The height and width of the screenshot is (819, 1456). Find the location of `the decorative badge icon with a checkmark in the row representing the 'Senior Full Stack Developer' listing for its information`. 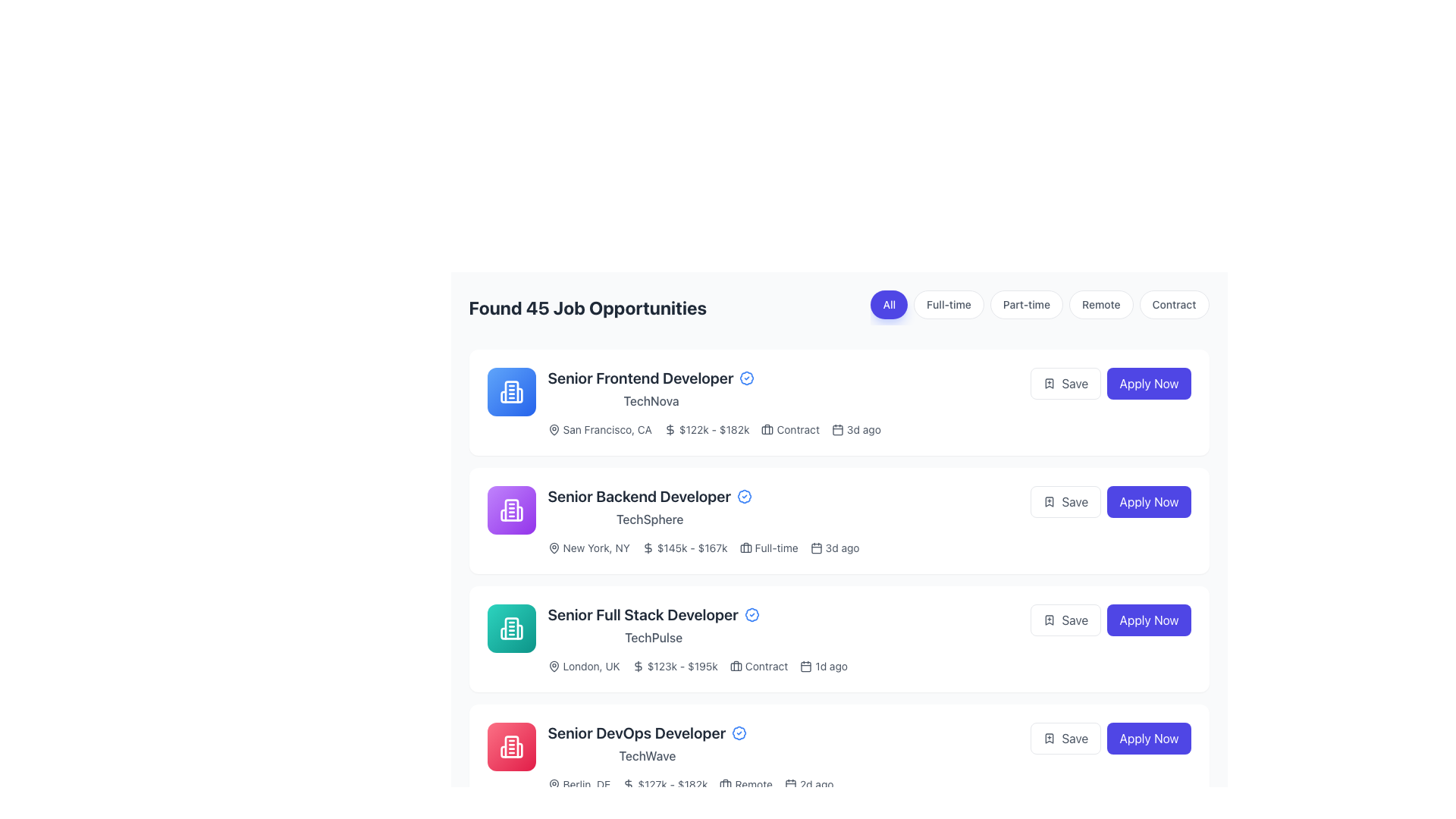

the decorative badge icon with a checkmark in the row representing the 'Senior Full Stack Developer' listing for its information is located at coordinates (752, 614).